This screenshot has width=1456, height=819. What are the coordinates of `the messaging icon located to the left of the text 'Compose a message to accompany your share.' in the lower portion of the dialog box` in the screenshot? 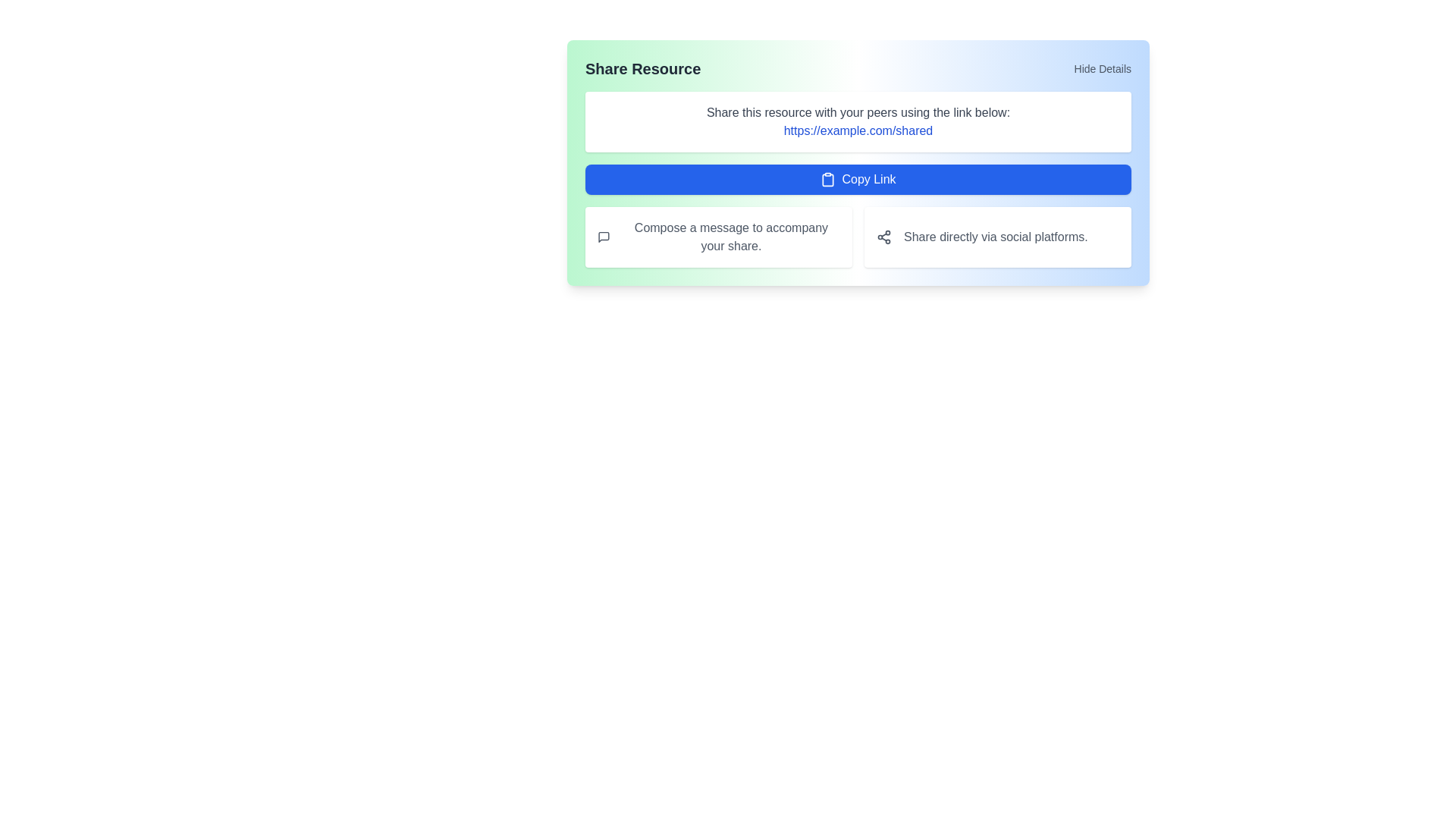 It's located at (603, 237).